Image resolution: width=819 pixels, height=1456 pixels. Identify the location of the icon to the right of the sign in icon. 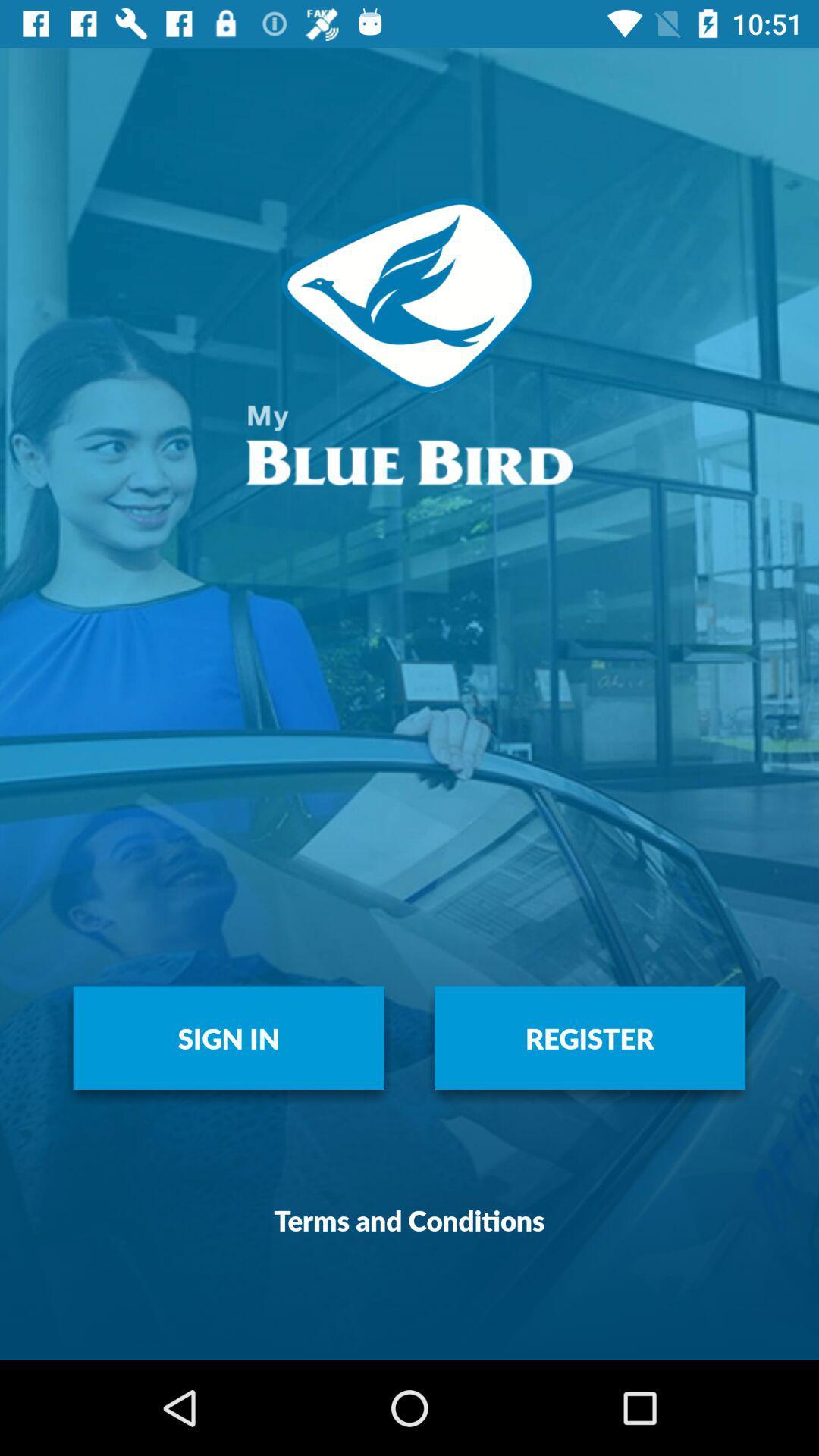
(589, 1037).